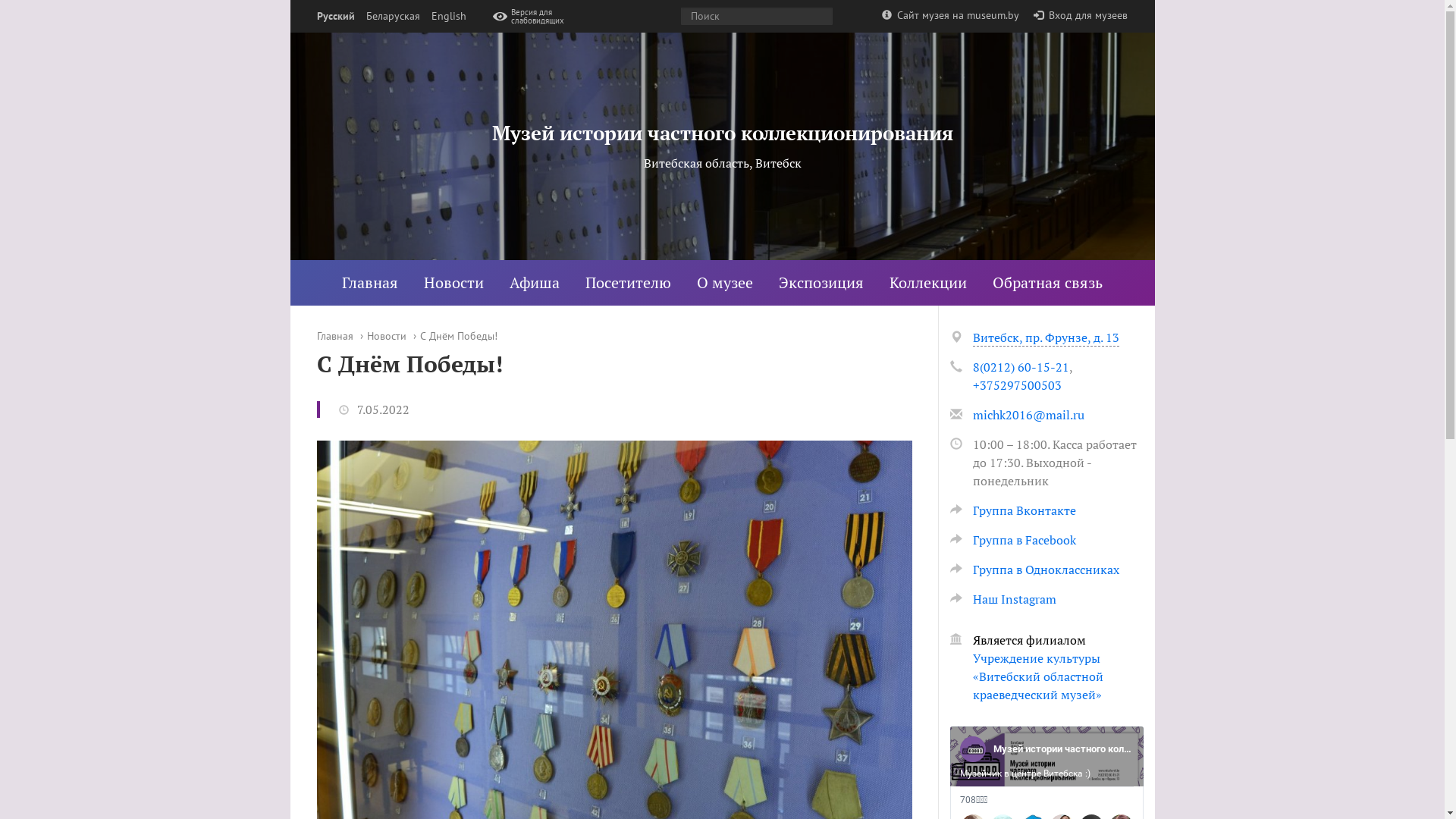 Image resolution: width=1456 pixels, height=819 pixels. What do you see at coordinates (1028, 415) in the screenshot?
I see `'michk2016@mail.ru'` at bounding box center [1028, 415].